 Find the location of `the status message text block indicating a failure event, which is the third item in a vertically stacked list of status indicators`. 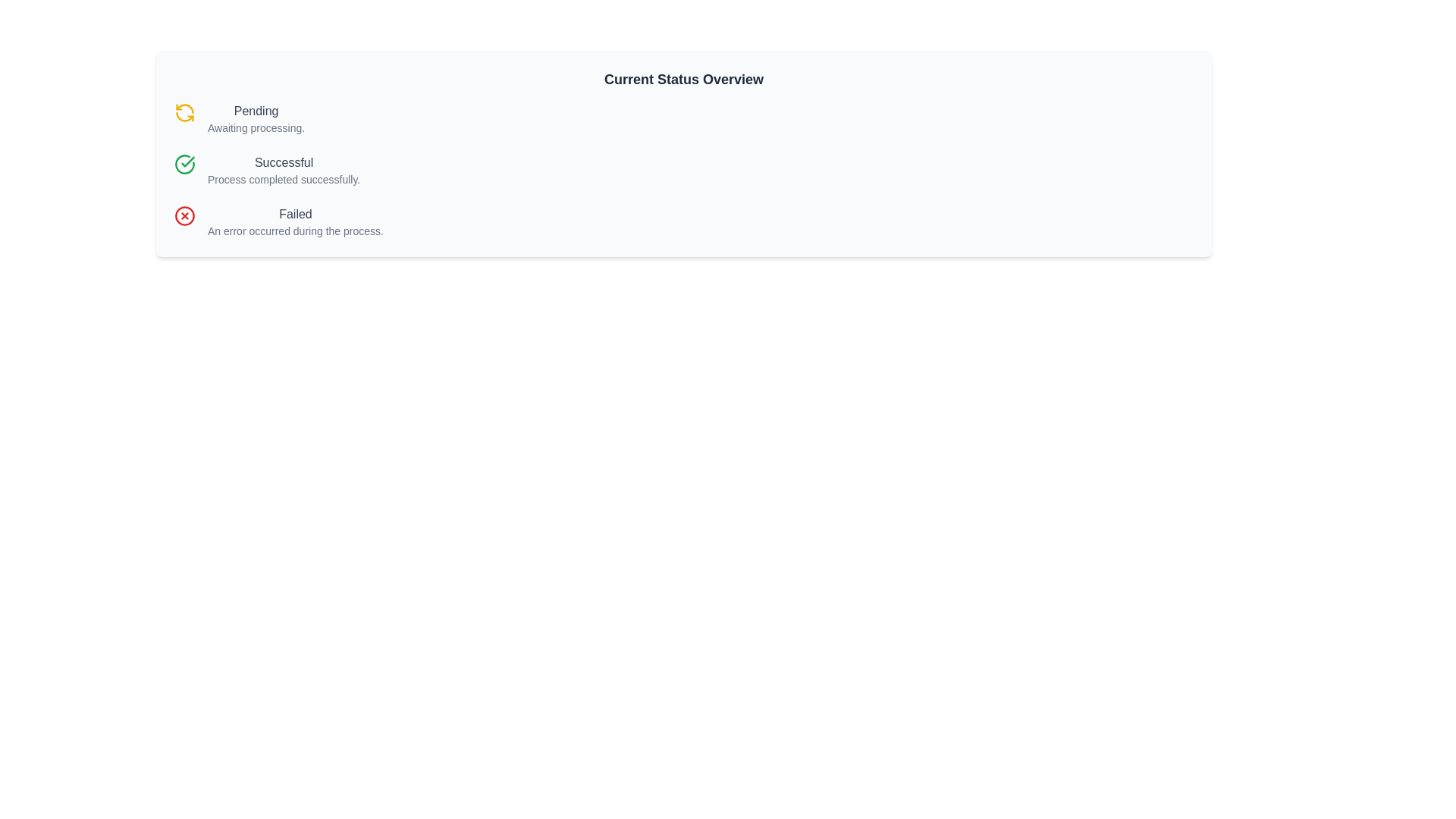

the status message text block indicating a failure event, which is the third item in a vertically stacked list of status indicators is located at coordinates (295, 222).